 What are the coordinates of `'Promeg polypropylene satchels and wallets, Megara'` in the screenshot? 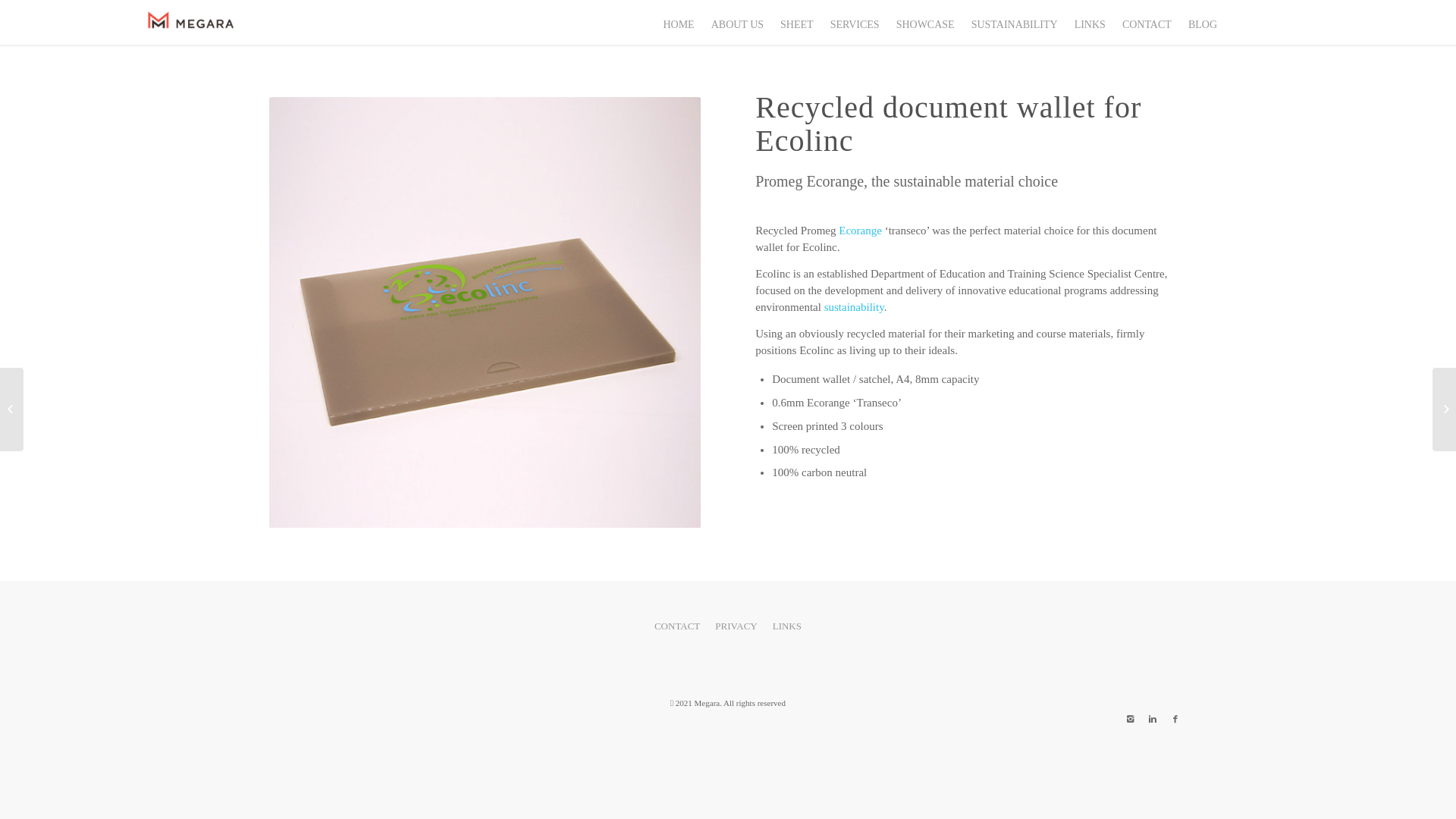 It's located at (484, 312).